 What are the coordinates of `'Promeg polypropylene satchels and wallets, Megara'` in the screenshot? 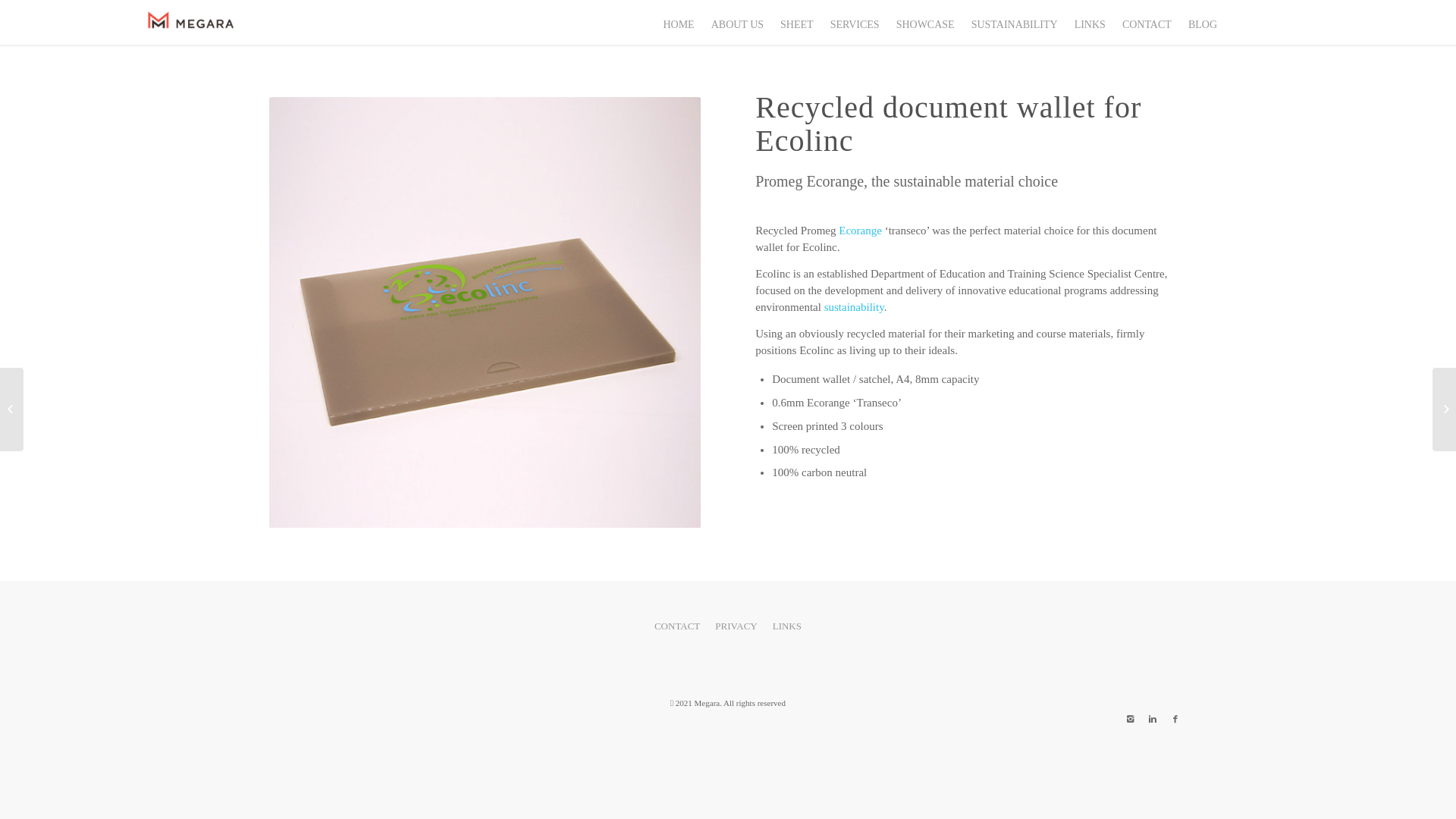 It's located at (484, 312).